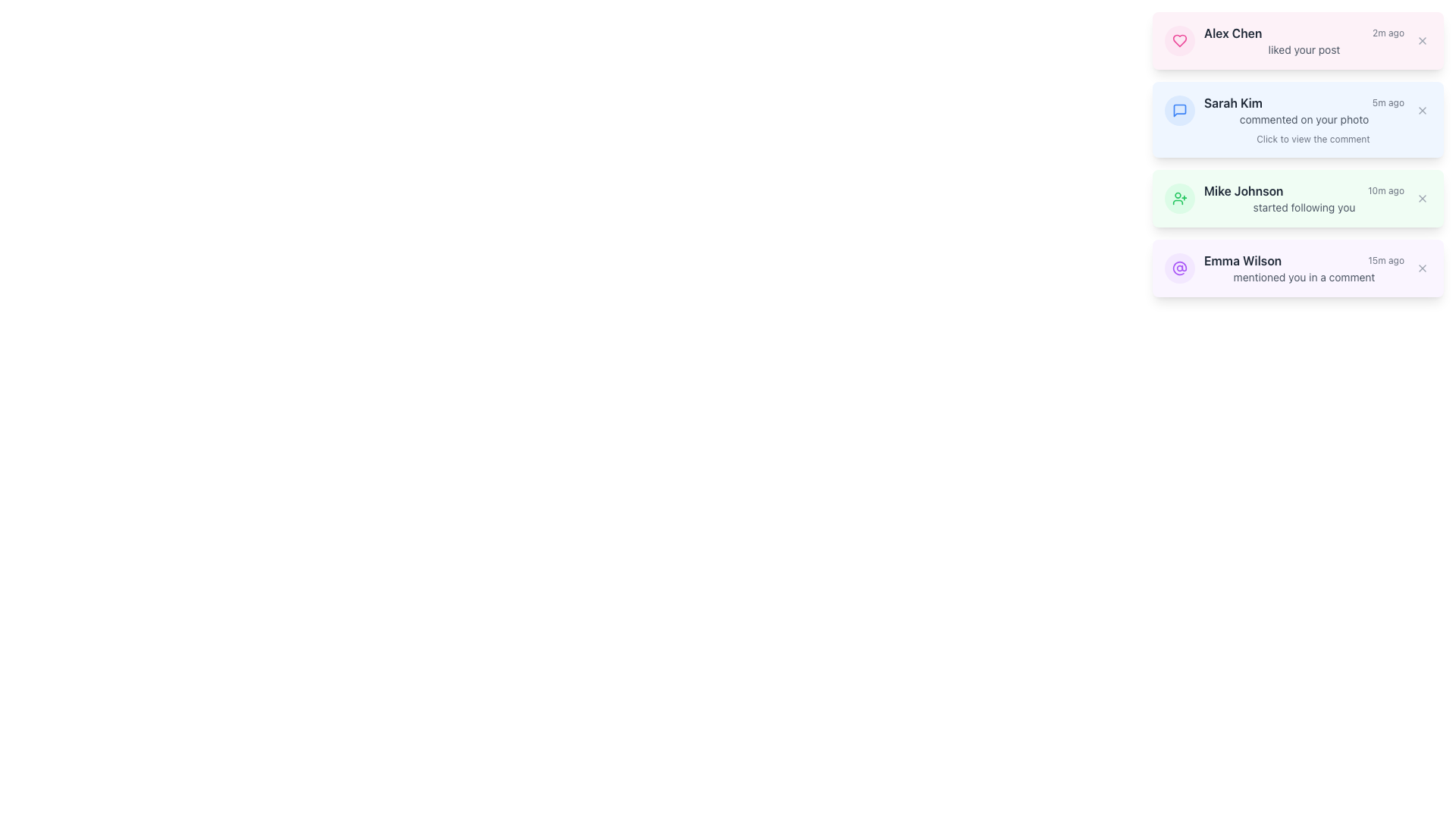 The width and height of the screenshot is (1456, 819). Describe the element at coordinates (1422, 40) in the screenshot. I see `the Close button located at the top-right corner of the notification card that dismisses the notification associated with 'Alex Chen.'` at that location.